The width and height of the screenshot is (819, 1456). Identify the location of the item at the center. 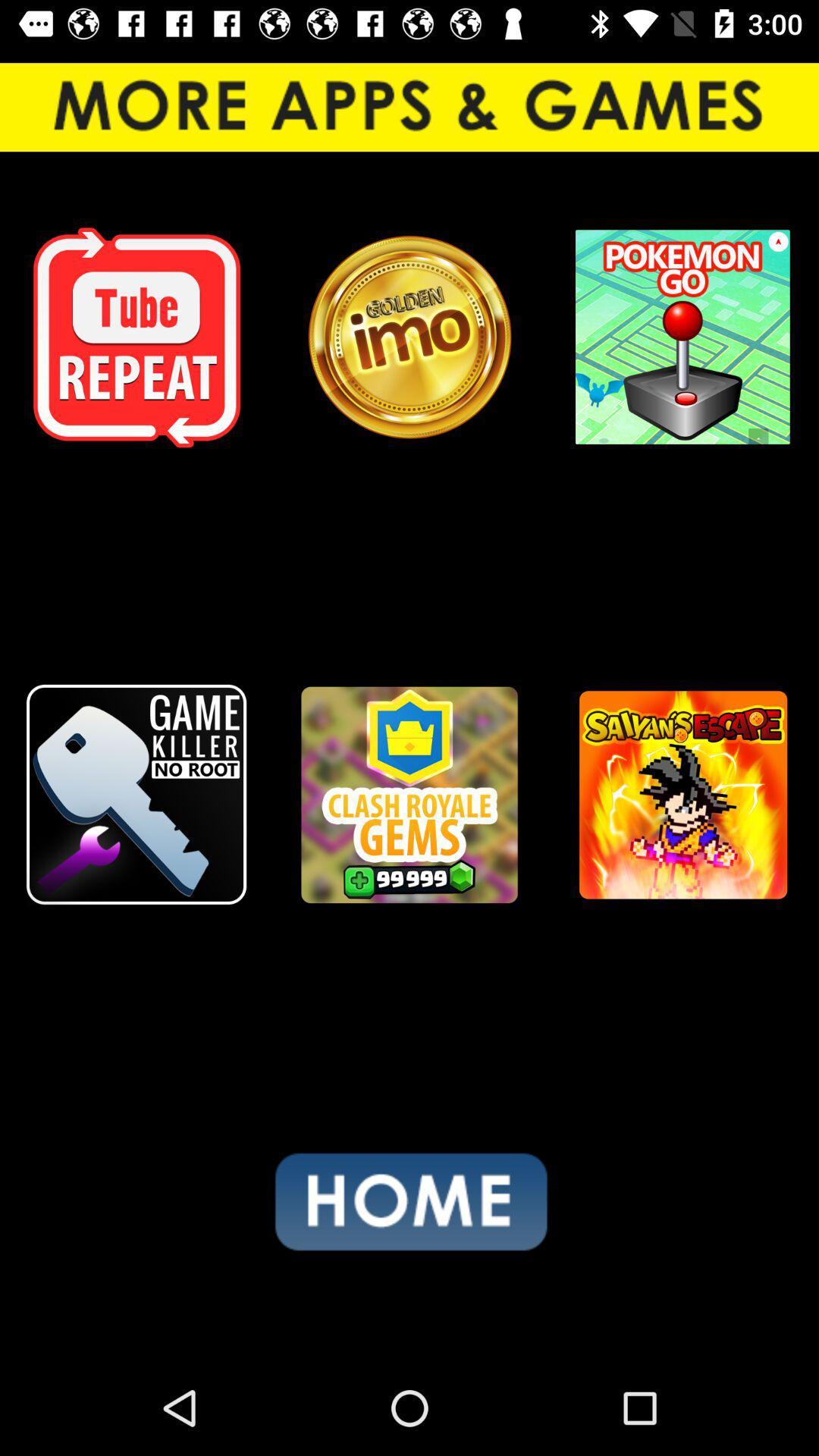
(409, 794).